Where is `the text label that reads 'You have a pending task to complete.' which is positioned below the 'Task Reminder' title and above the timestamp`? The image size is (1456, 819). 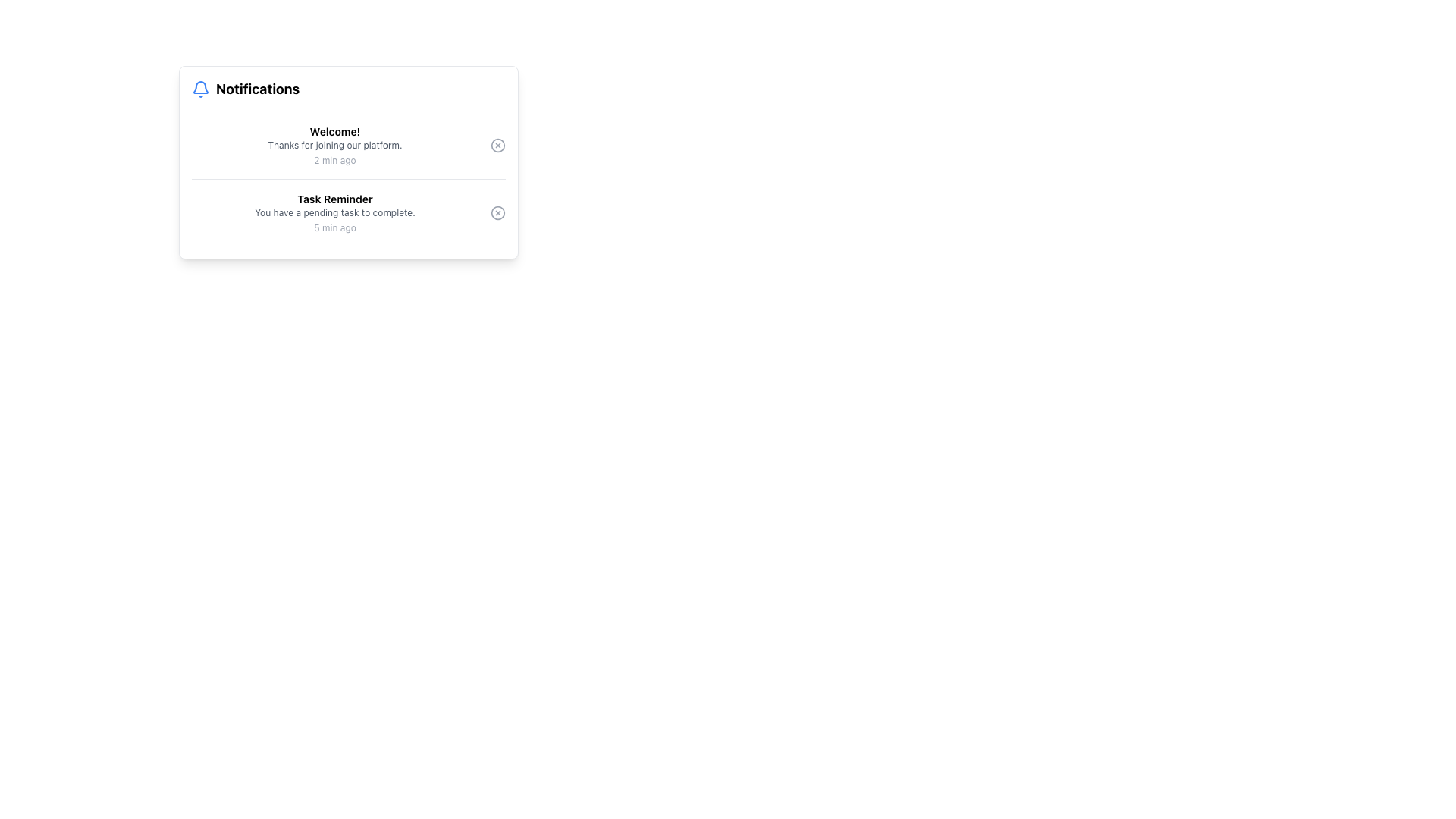 the text label that reads 'You have a pending task to complete.' which is positioned below the 'Task Reminder' title and above the timestamp is located at coordinates (334, 213).